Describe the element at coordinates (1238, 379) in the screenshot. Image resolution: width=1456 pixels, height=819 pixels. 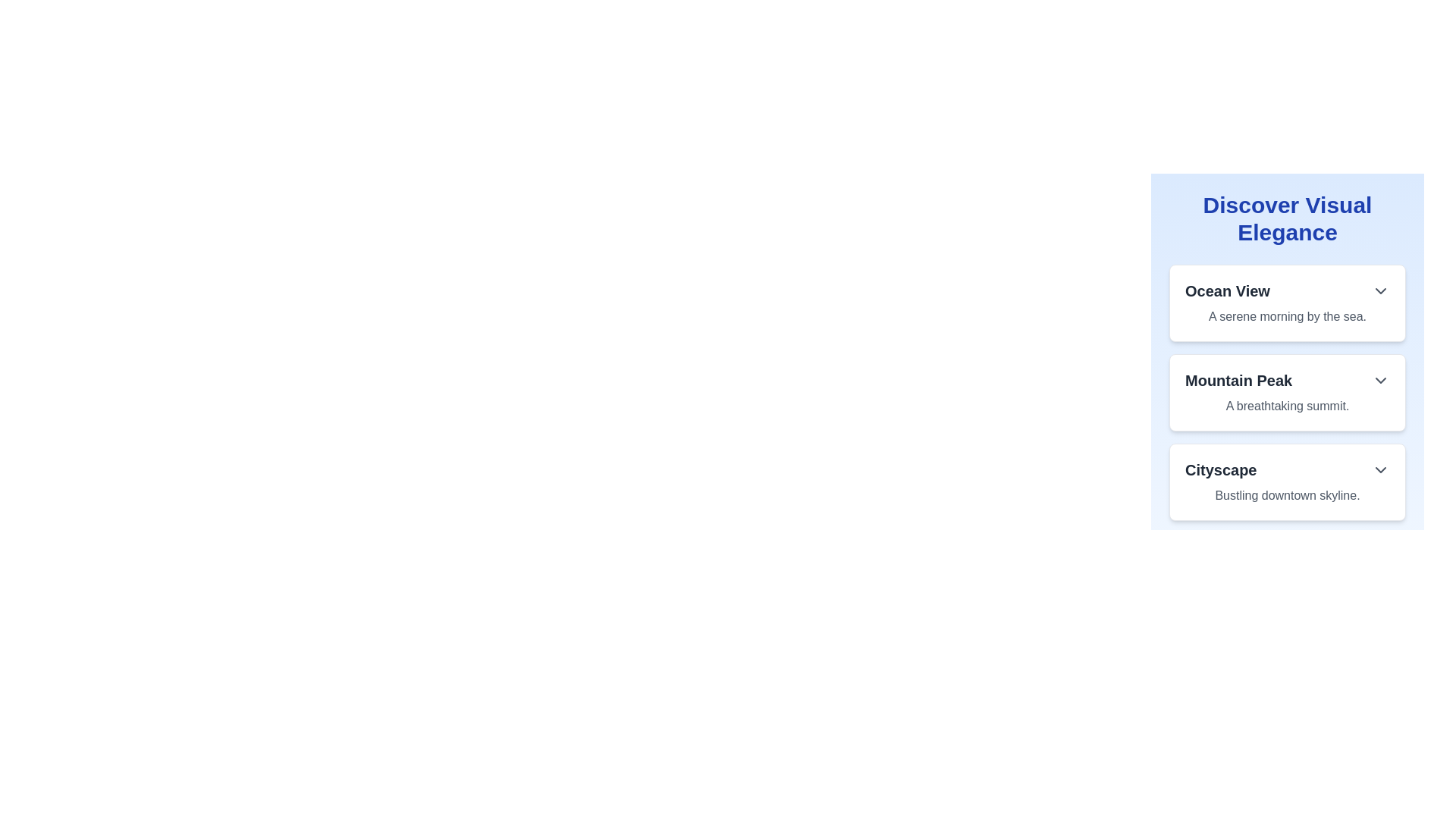
I see `the bold text label 'Mountain Peak', which is the main title of the second list item in a vertically arranged list` at that location.